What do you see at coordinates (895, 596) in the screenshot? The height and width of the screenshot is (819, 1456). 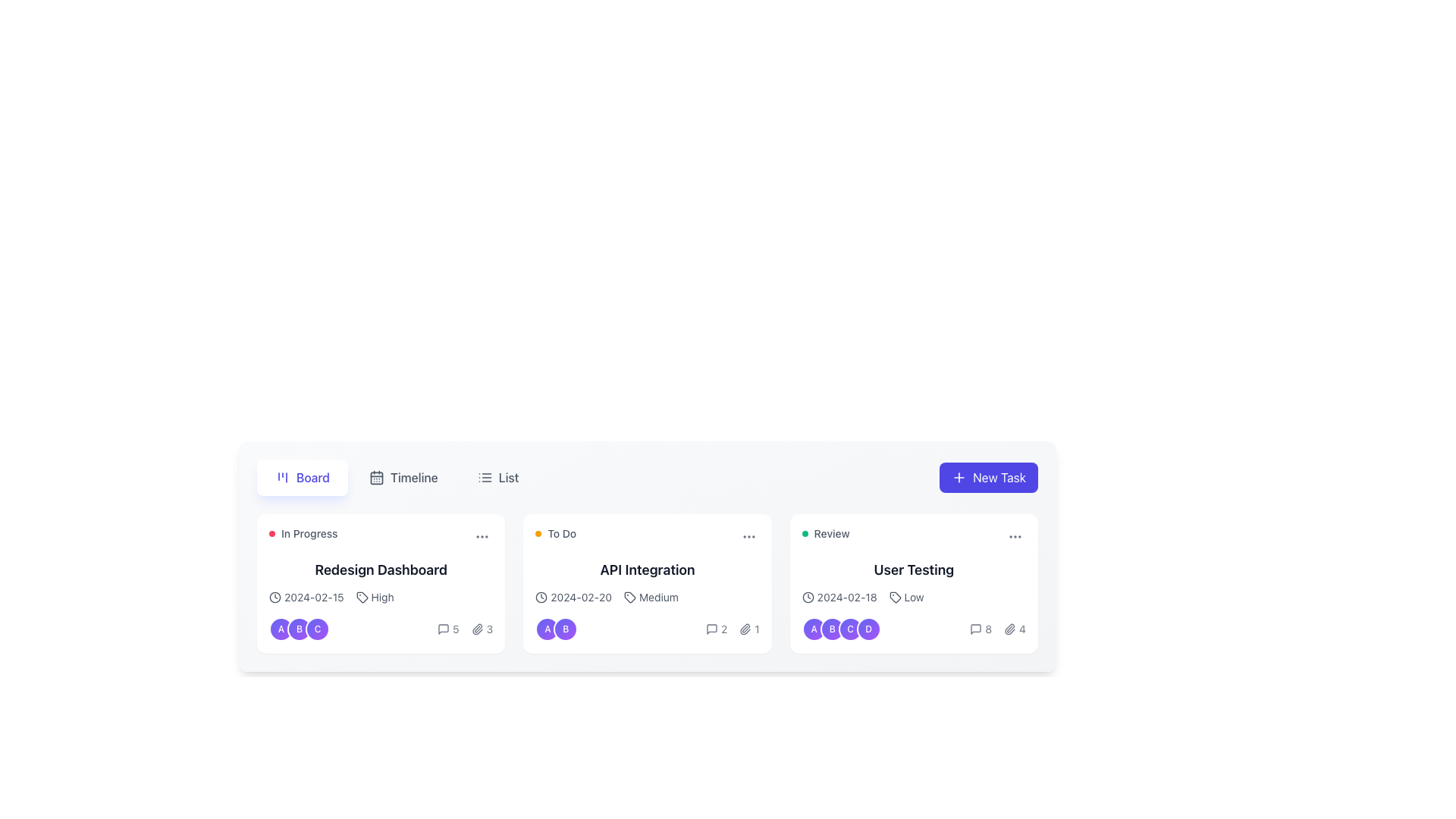 I see `the priority icon located in the 'Review' card labeled 'User Testing', positioned below the '2024-02-18' date text and next to the 'Low' text for tooltip or further details` at bounding box center [895, 596].